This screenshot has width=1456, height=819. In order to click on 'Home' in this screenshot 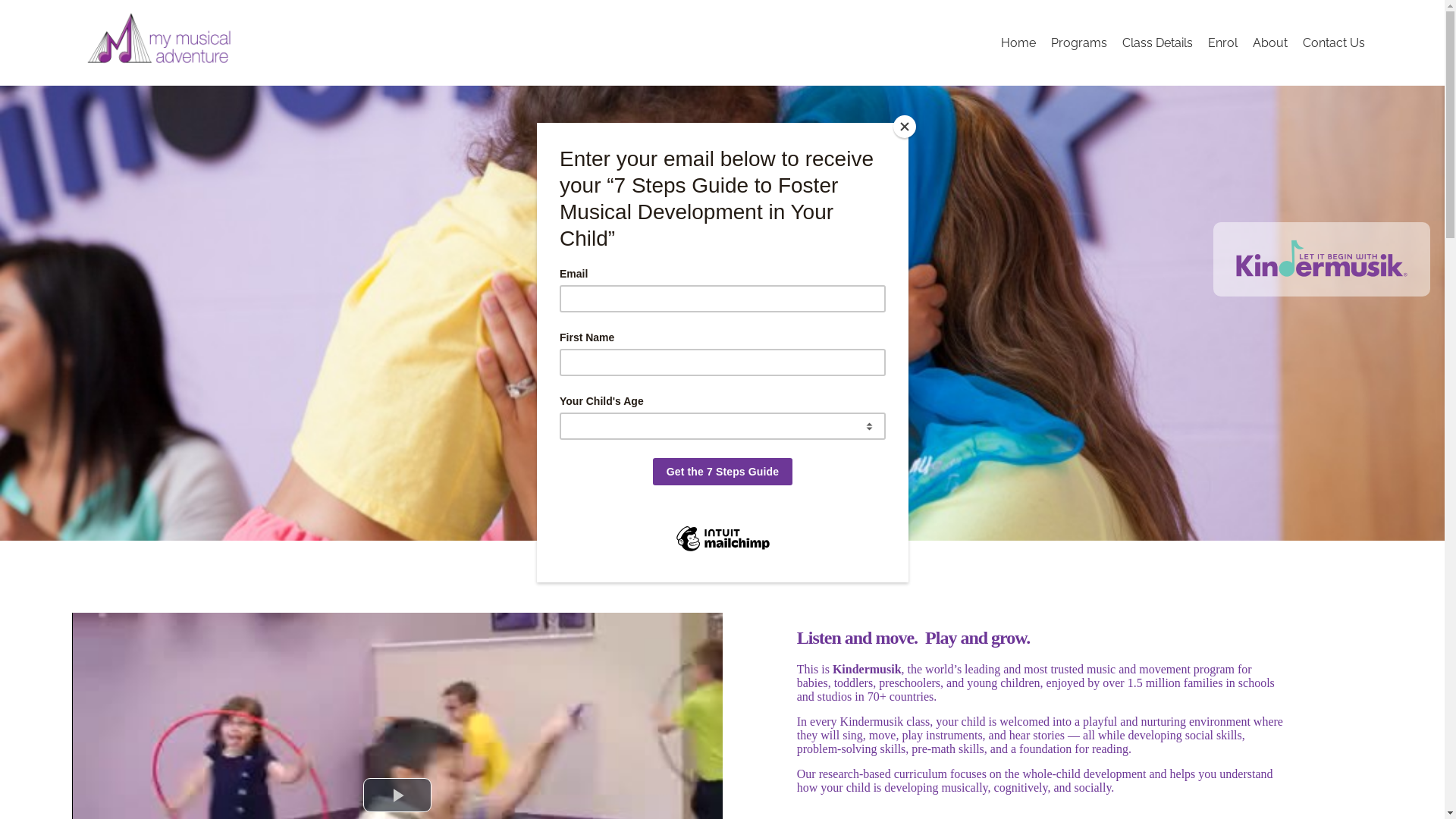, I will do `click(1018, 42)`.